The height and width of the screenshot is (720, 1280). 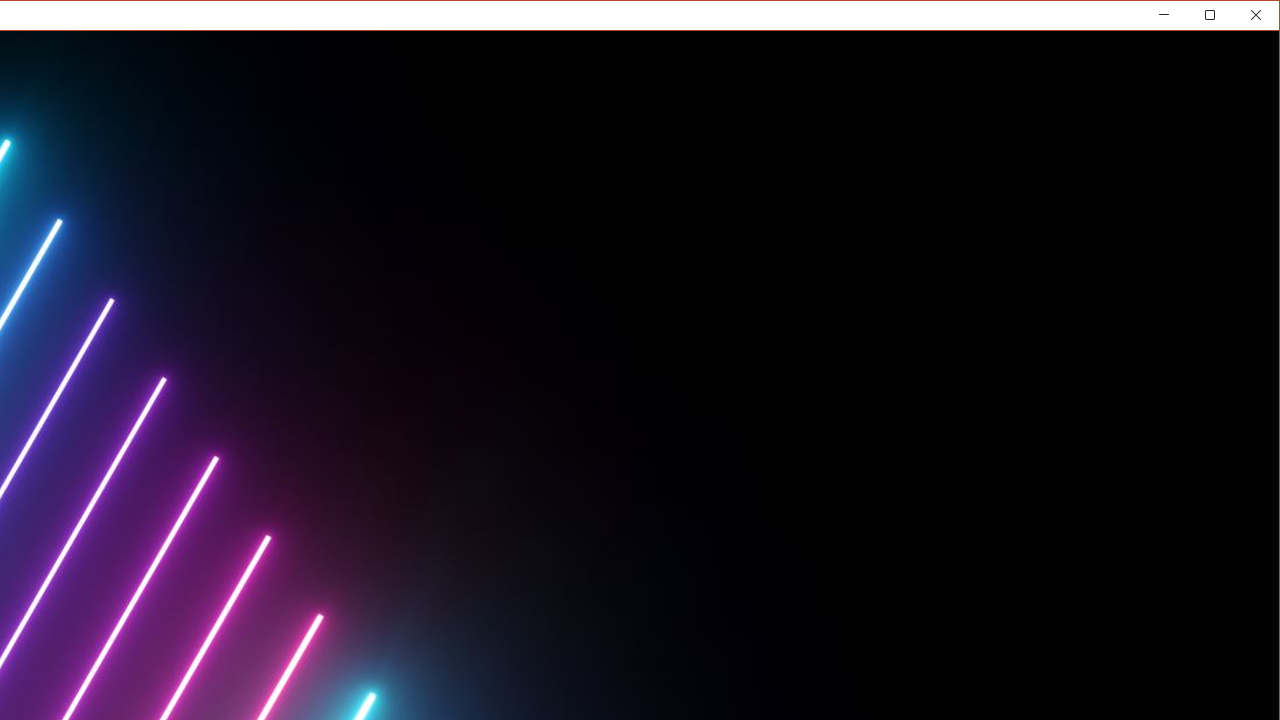 What do you see at coordinates (1260, 19) in the screenshot?
I see `'Close'` at bounding box center [1260, 19].